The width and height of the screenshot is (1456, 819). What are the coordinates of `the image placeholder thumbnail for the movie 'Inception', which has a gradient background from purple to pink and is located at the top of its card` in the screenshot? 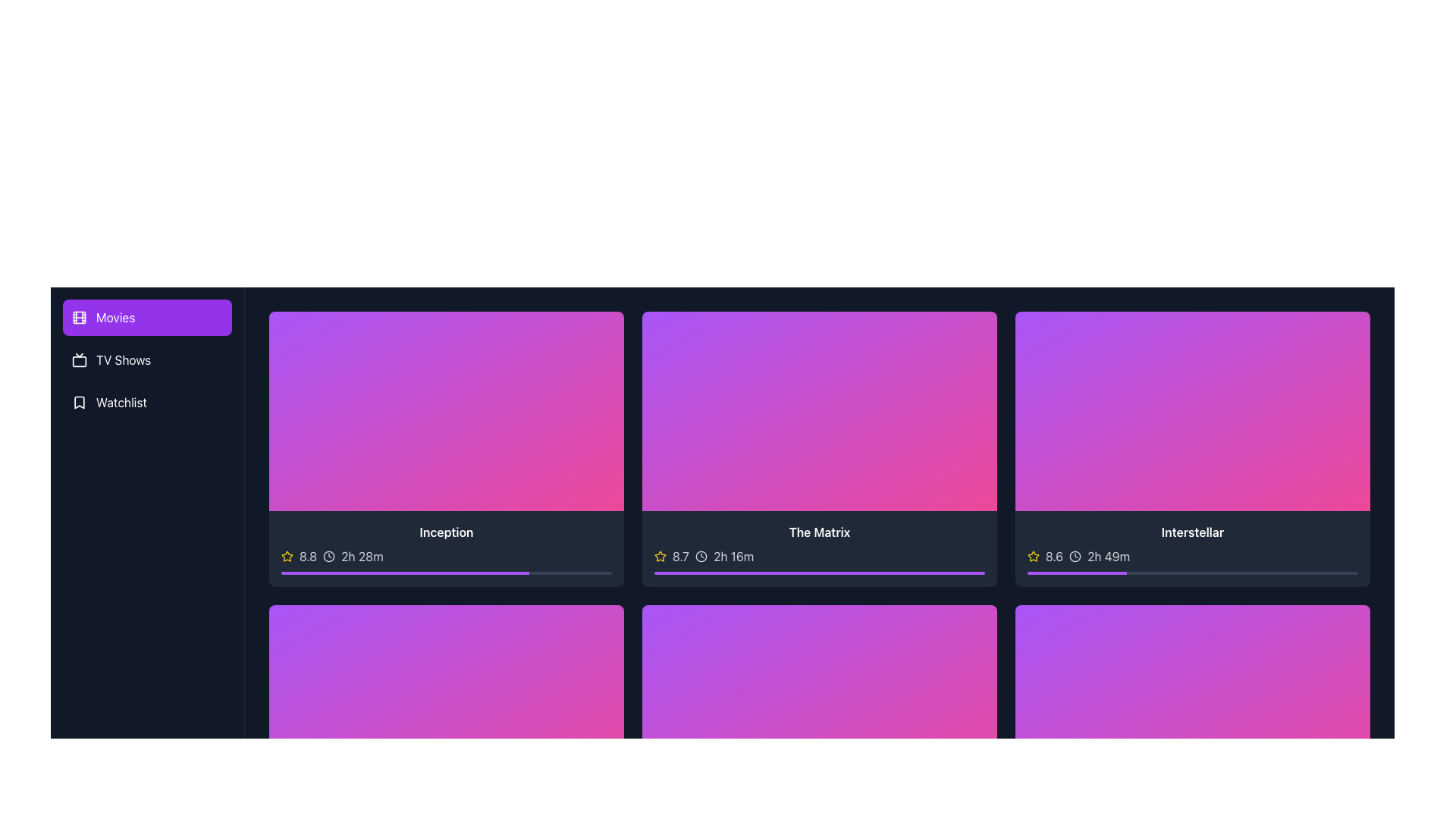 It's located at (446, 411).